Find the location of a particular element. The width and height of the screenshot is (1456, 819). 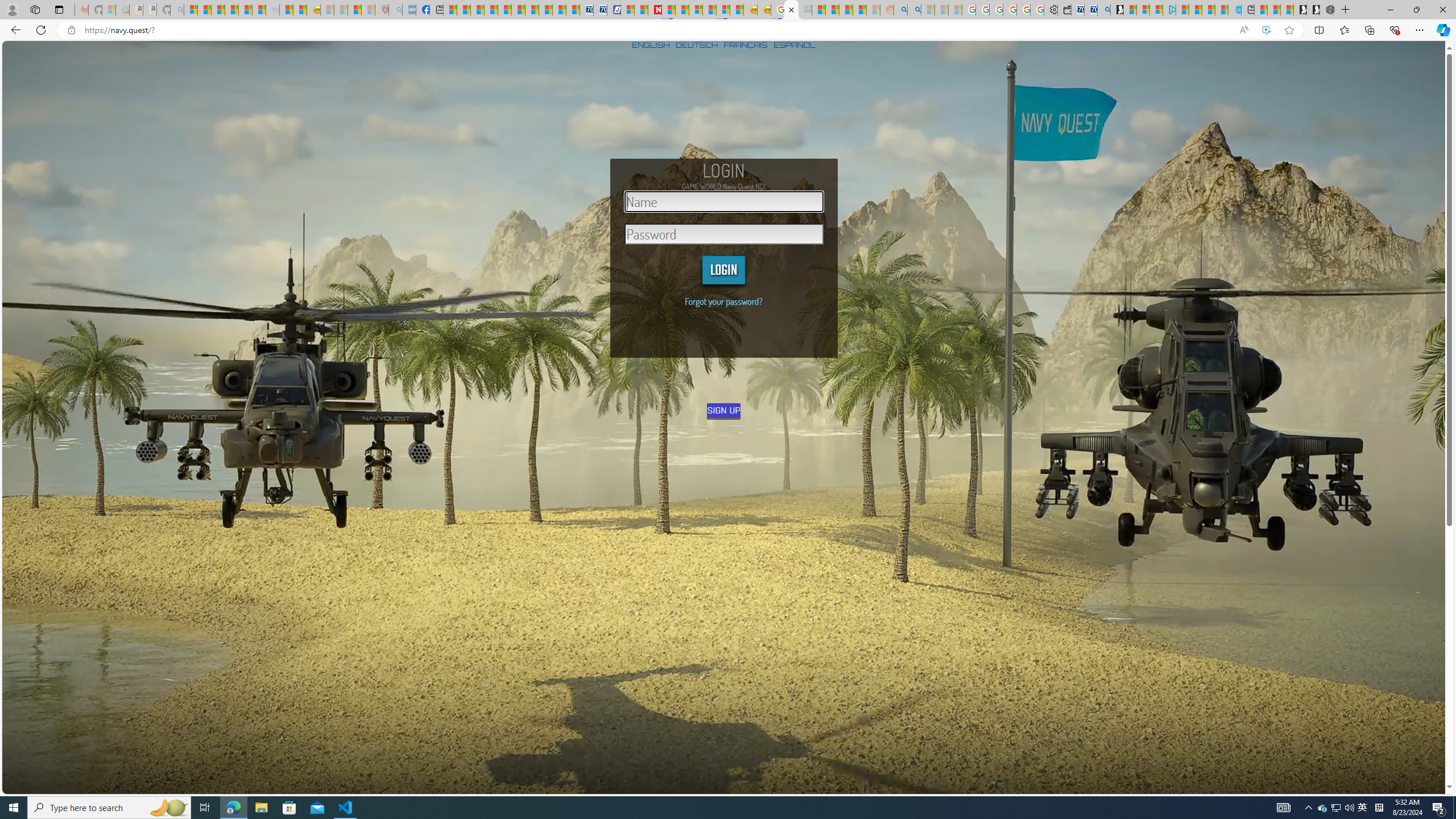

'Student Loan Update: Forgiveness Program Ends This Month' is located at coordinates (858, 9).